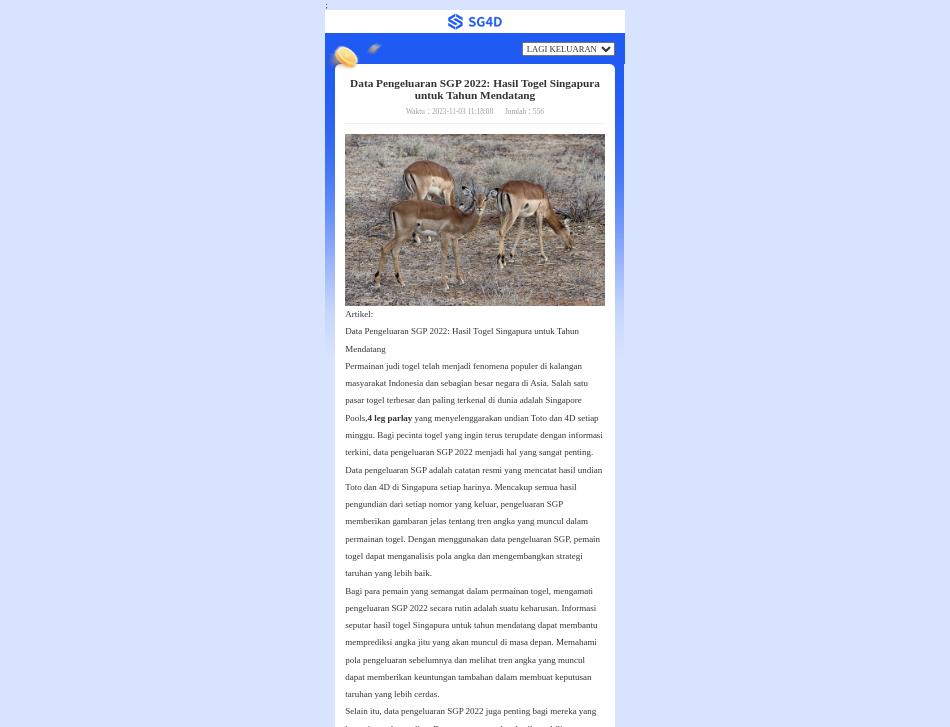 The image size is (950, 727). What do you see at coordinates (344, 313) in the screenshot?
I see `'Artikel:'` at bounding box center [344, 313].